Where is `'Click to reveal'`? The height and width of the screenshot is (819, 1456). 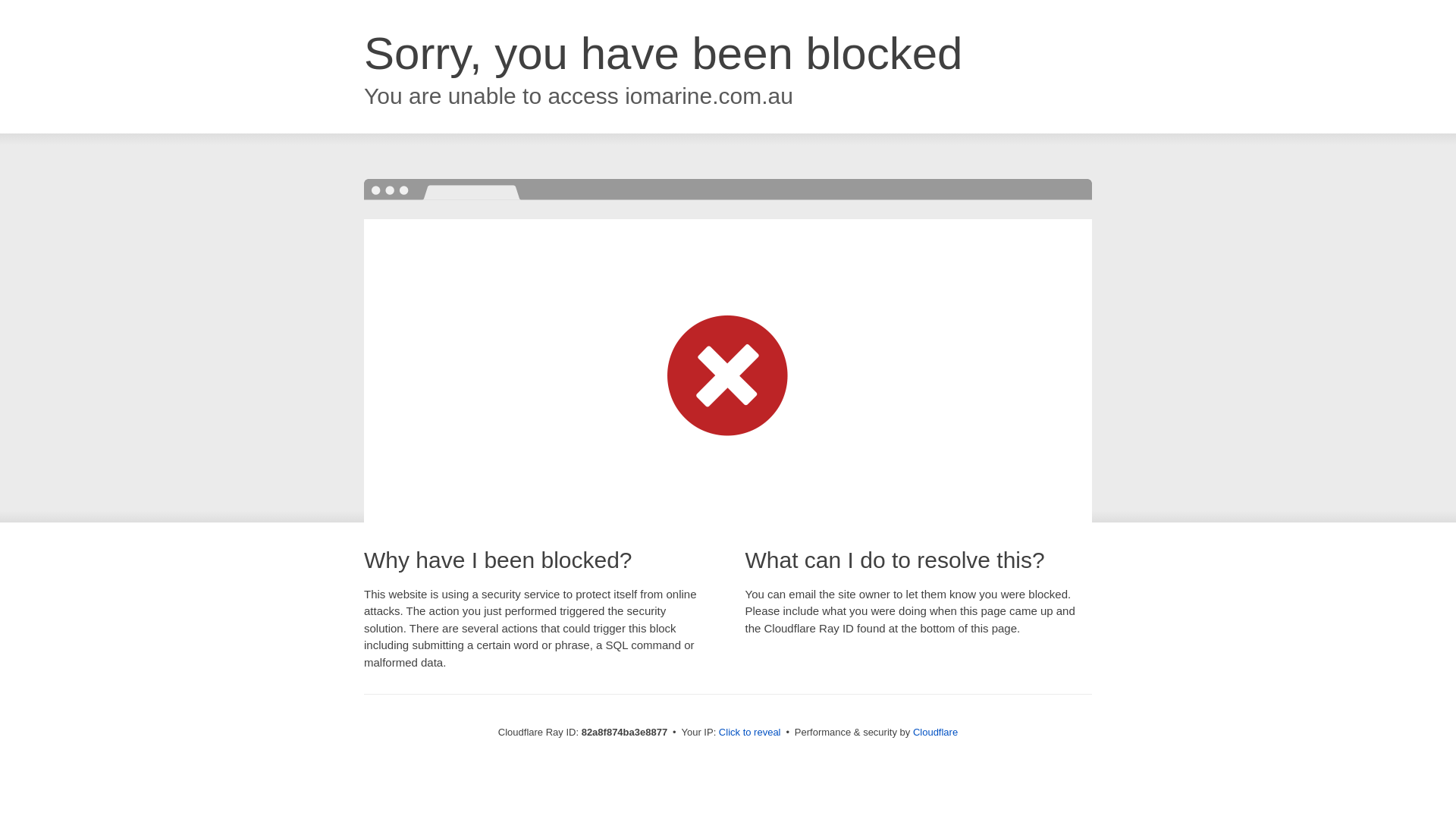
'Click to reveal' is located at coordinates (749, 731).